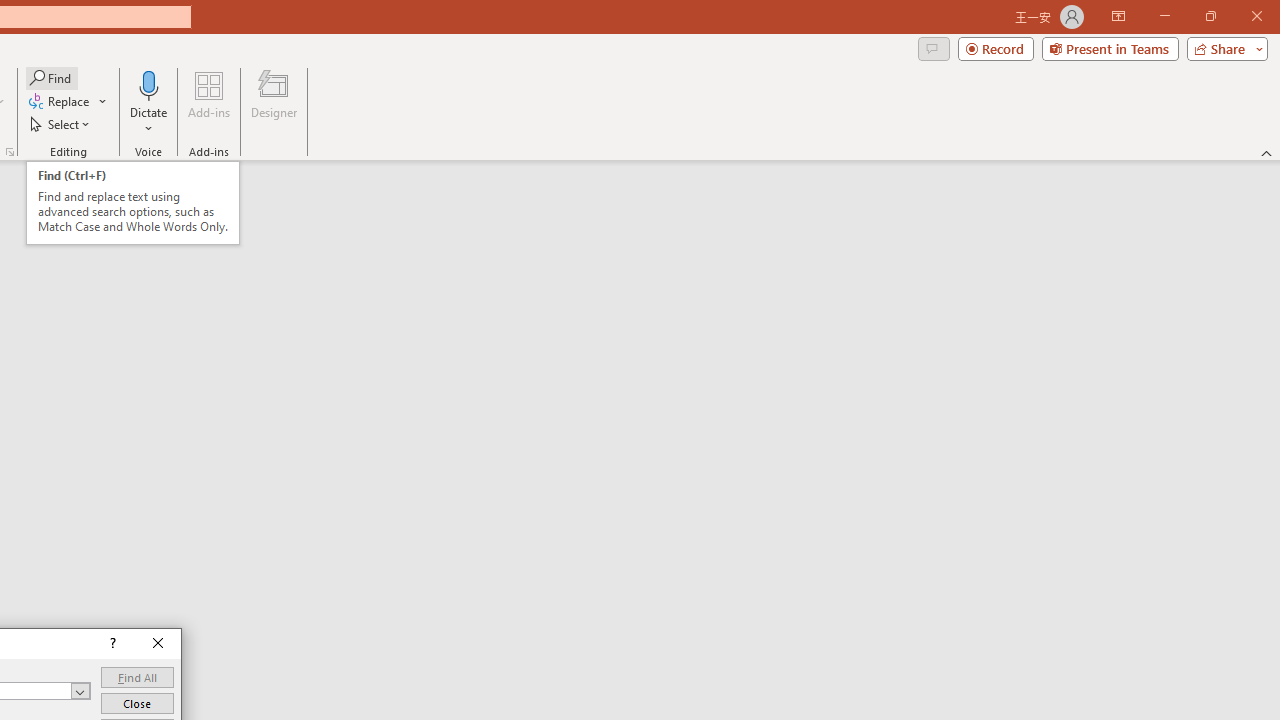  What do you see at coordinates (110, 644) in the screenshot?
I see `'Context help'` at bounding box center [110, 644].